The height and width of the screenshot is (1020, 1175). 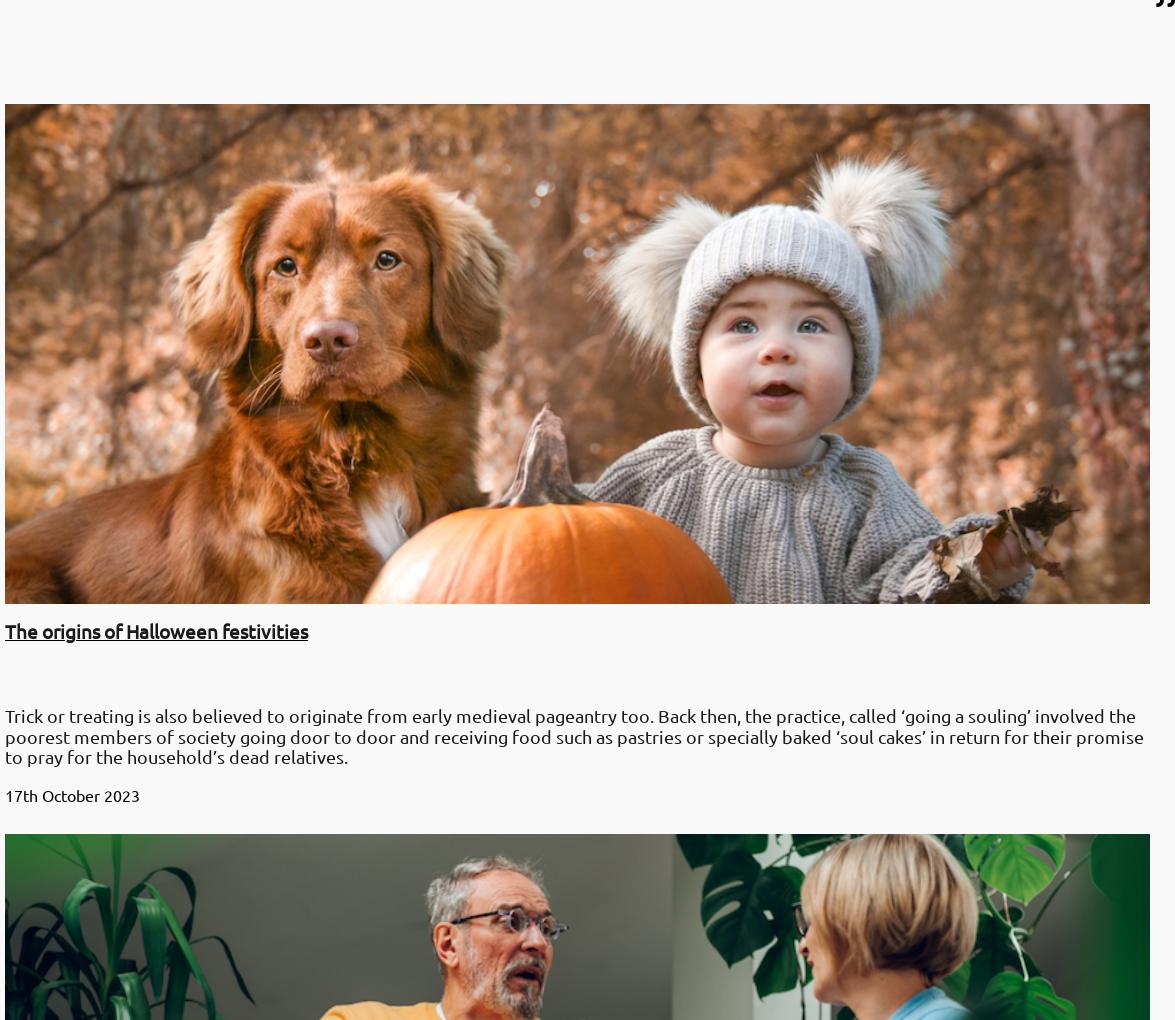 I want to click on 'Next »', so click(x=80, y=547).